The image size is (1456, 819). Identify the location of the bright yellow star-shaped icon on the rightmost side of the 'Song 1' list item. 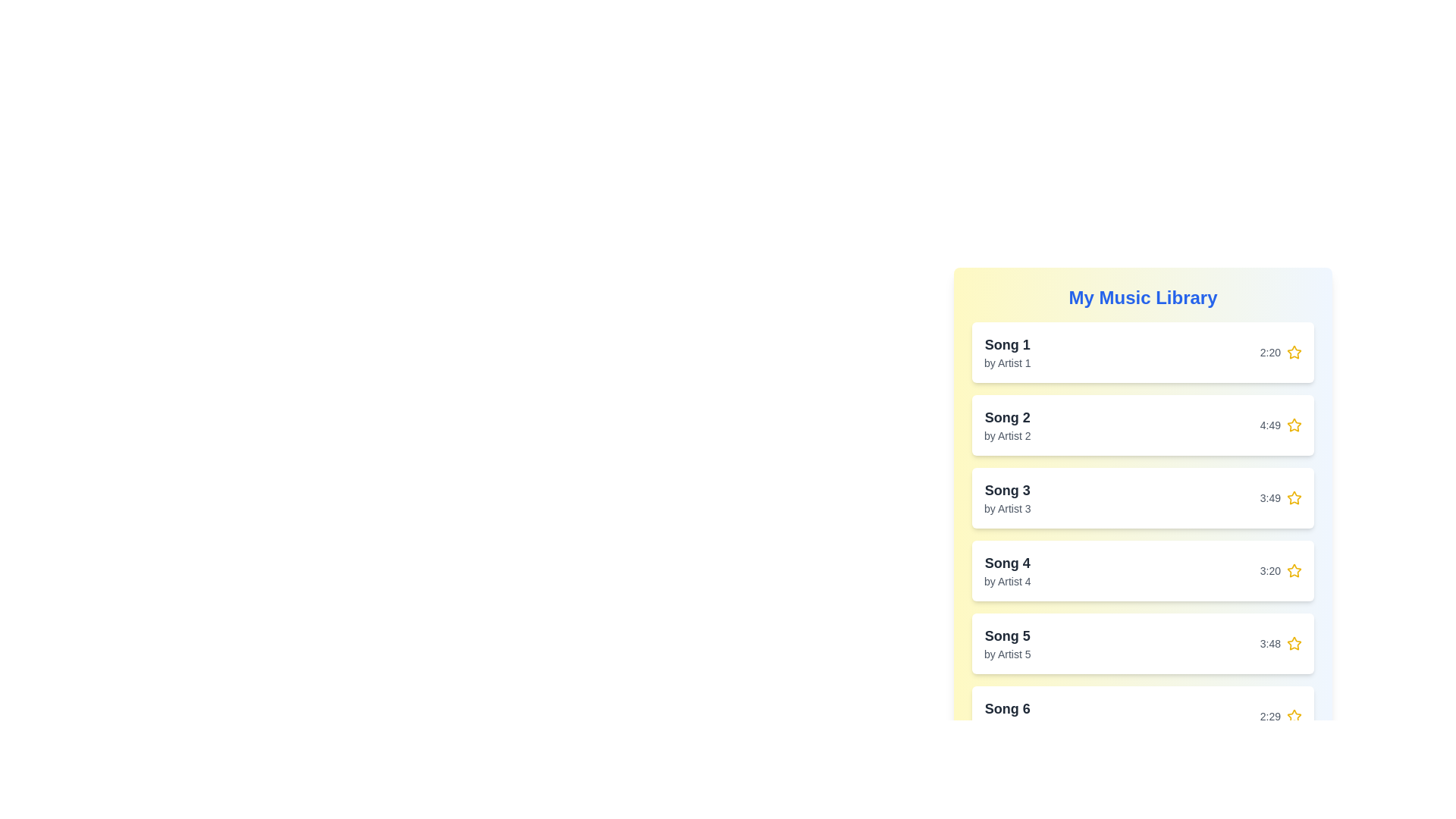
(1294, 352).